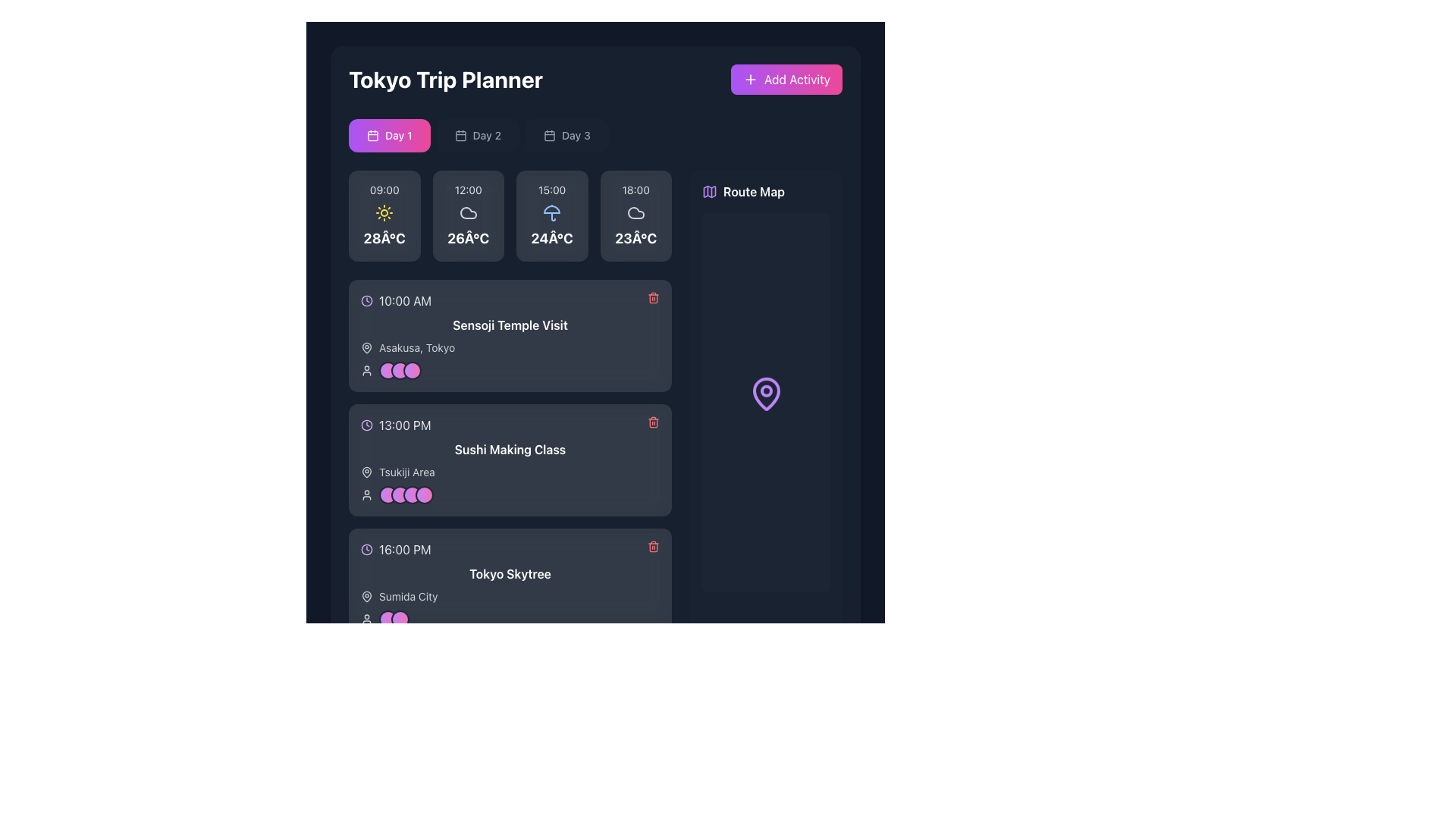 Image resolution: width=1456 pixels, height=819 pixels. What do you see at coordinates (384, 239) in the screenshot?
I see `the text label displaying '28Â°C', which is bold and white on a dark background, positioned below '09:00' and above a sun icon in the first card of a horizontal time overview` at bounding box center [384, 239].